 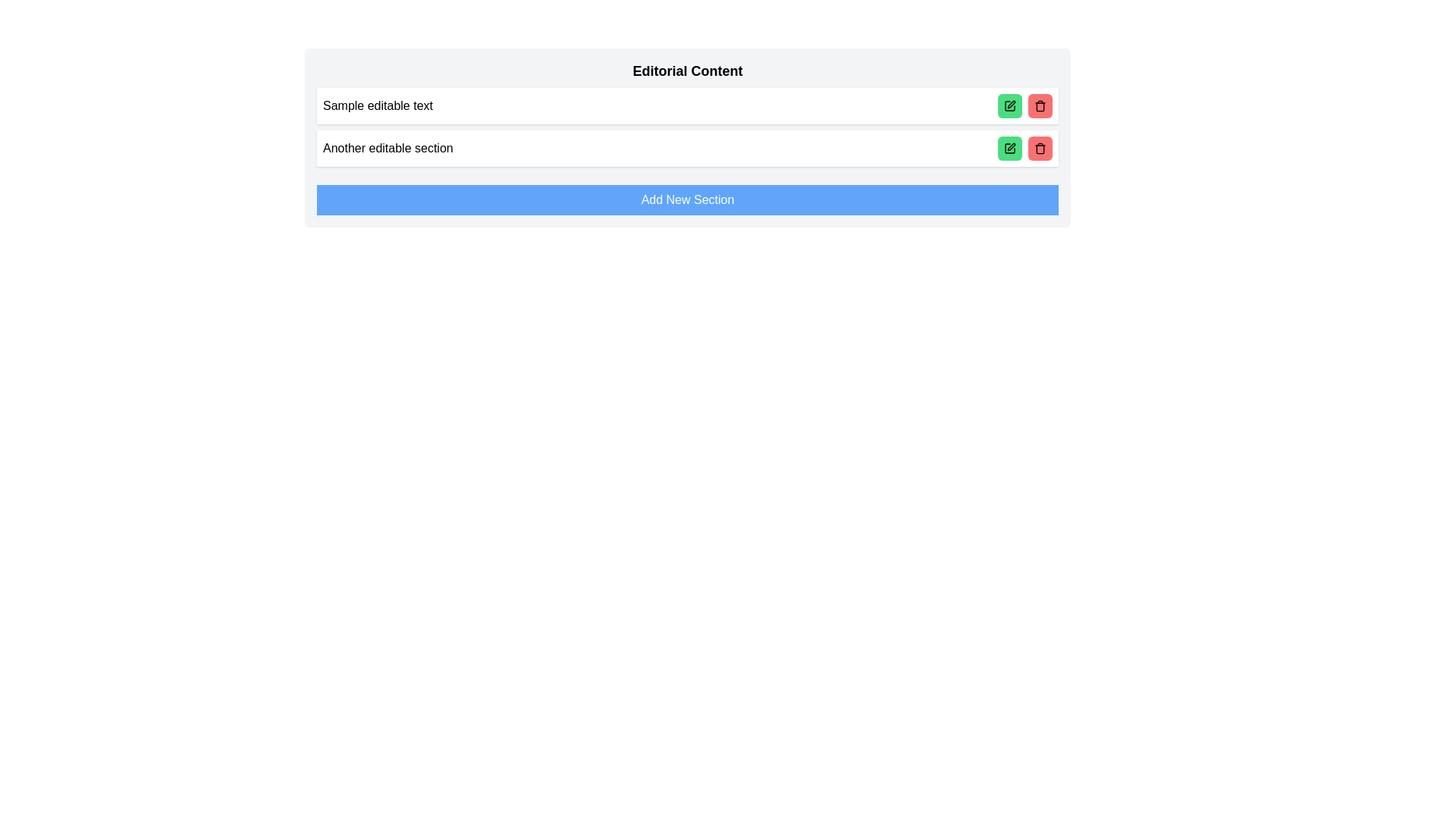 What do you see at coordinates (1040, 106) in the screenshot?
I see `the trash can icon within the SVG graphic, located to the right of the 'Another editable section' text field under the title 'Editorial Content'` at bounding box center [1040, 106].